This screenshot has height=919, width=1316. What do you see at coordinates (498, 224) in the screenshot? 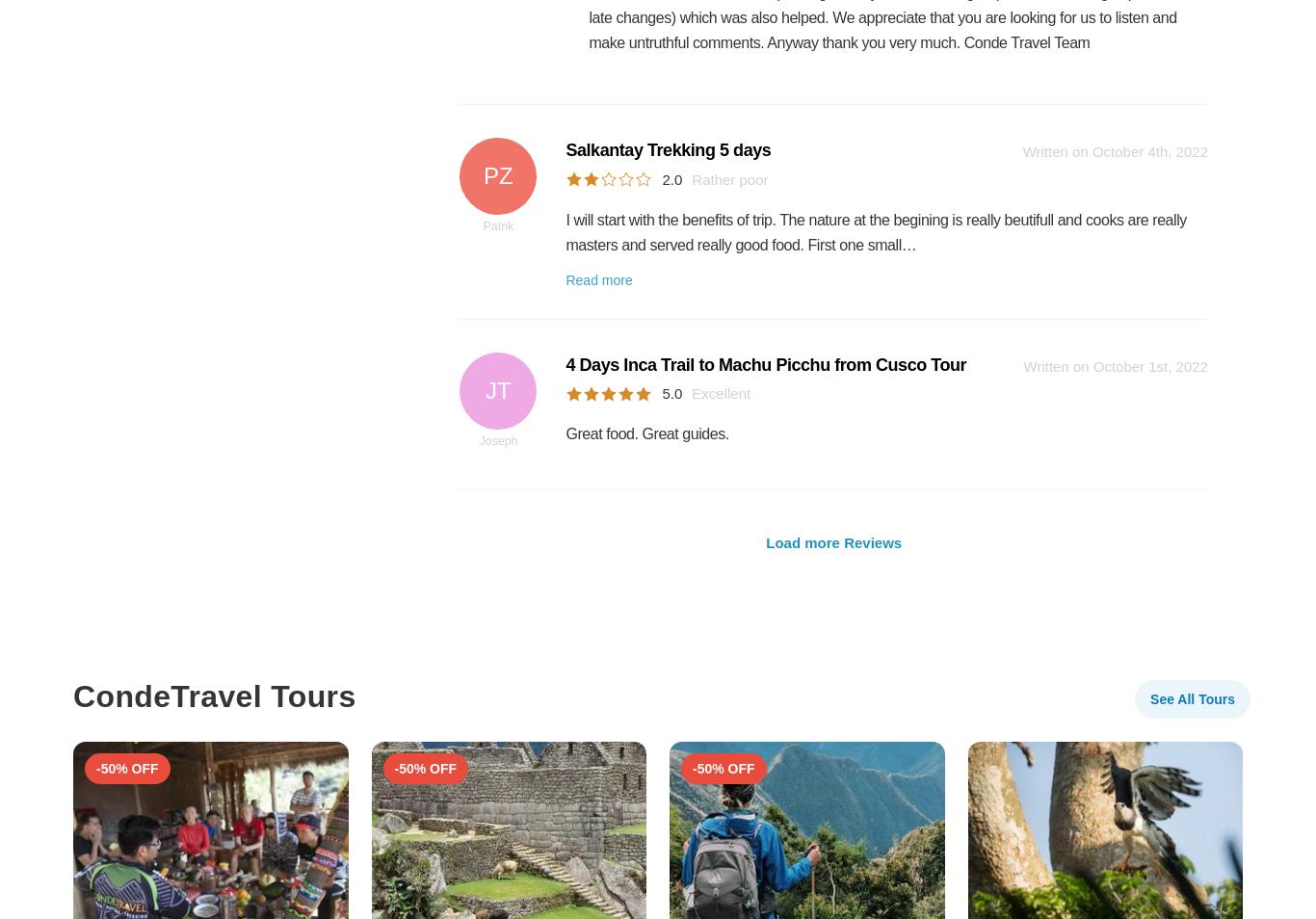
I see `'Patrik'` at bounding box center [498, 224].